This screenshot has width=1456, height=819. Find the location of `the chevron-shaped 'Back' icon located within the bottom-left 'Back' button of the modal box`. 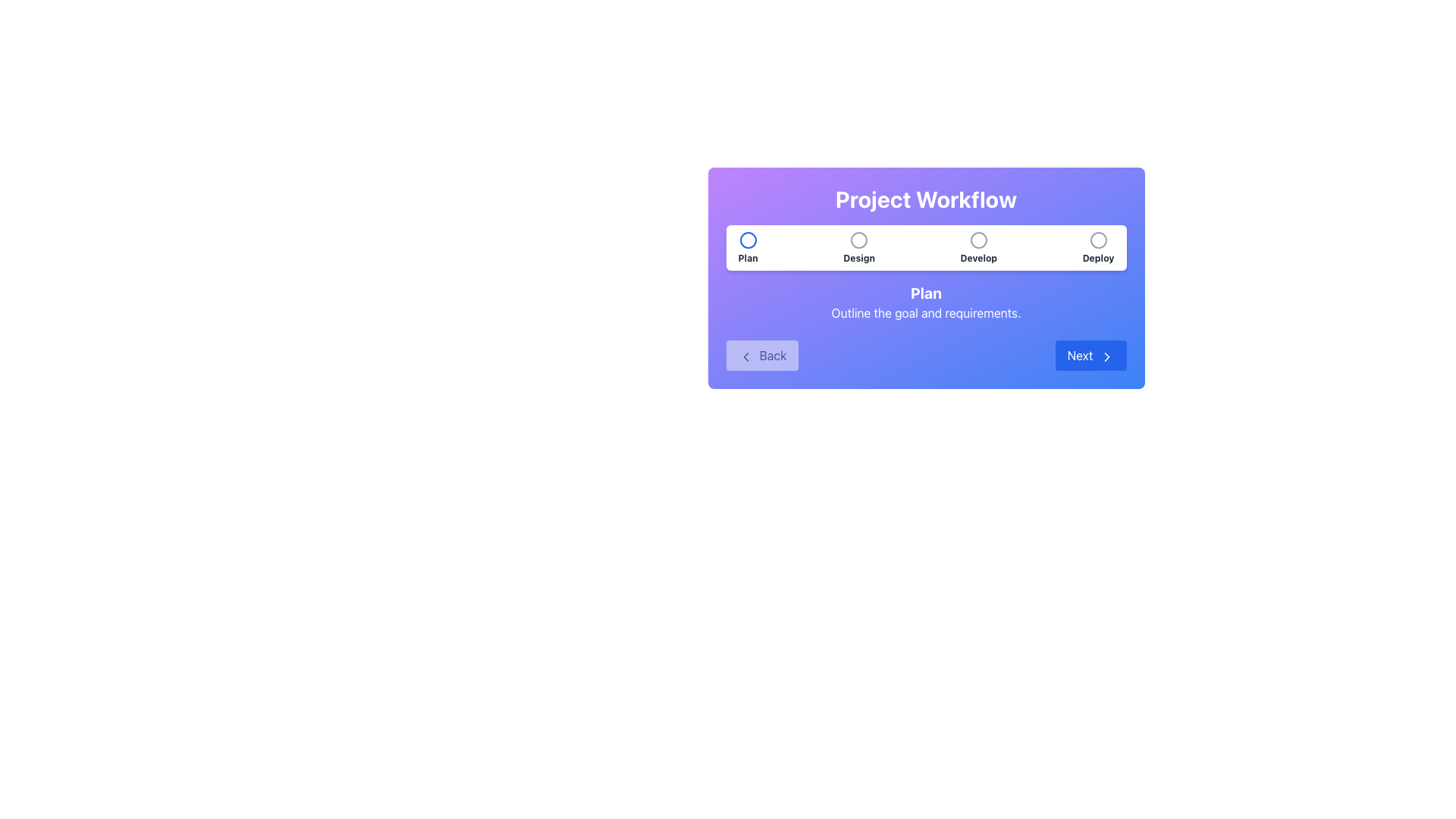

the chevron-shaped 'Back' icon located within the bottom-left 'Back' button of the modal box is located at coordinates (745, 356).